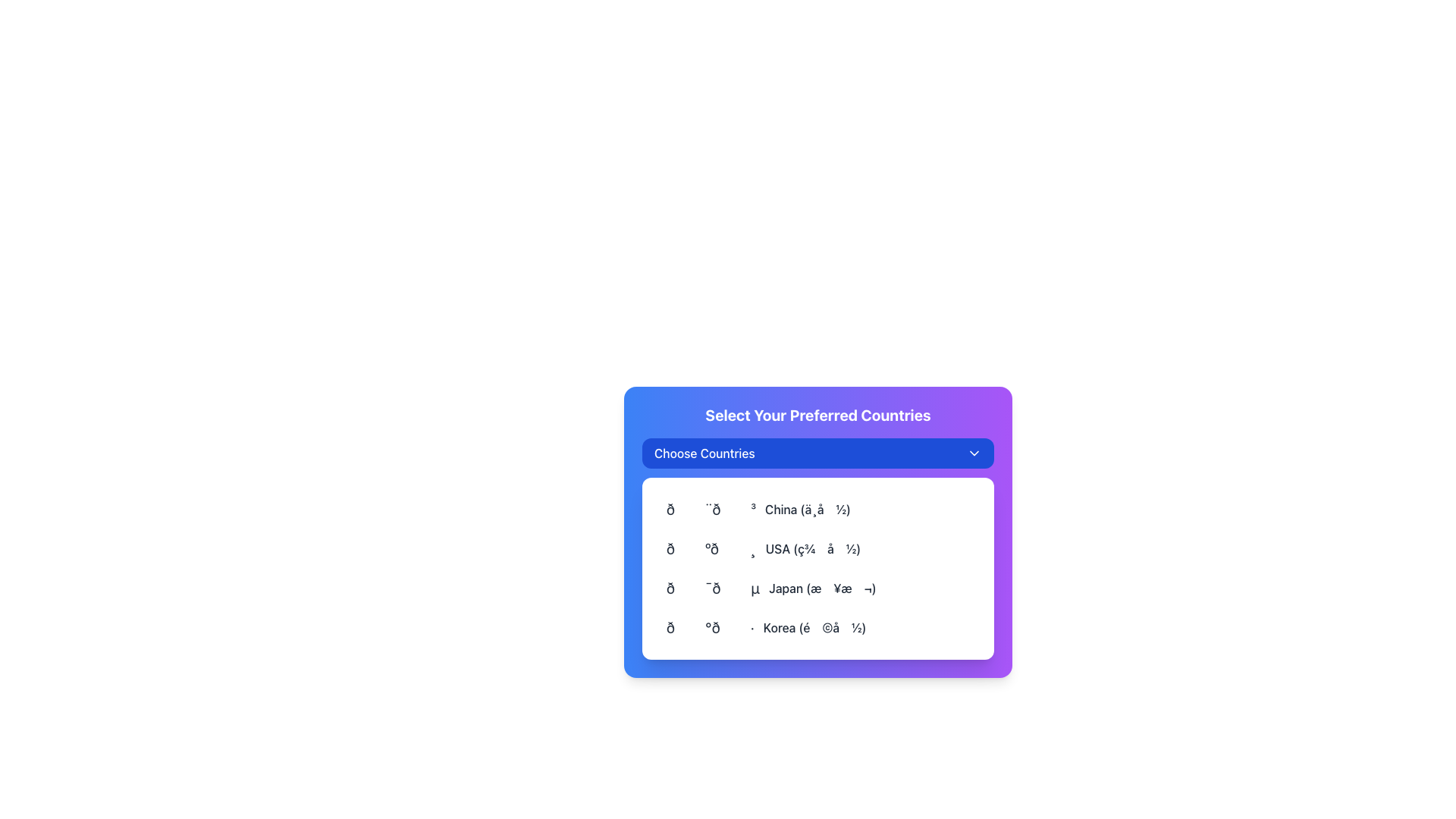  What do you see at coordinates (817, 628) in the screenshot?
I see `the list item for 'Korea (한국)'` at bounding box center [817, 628].